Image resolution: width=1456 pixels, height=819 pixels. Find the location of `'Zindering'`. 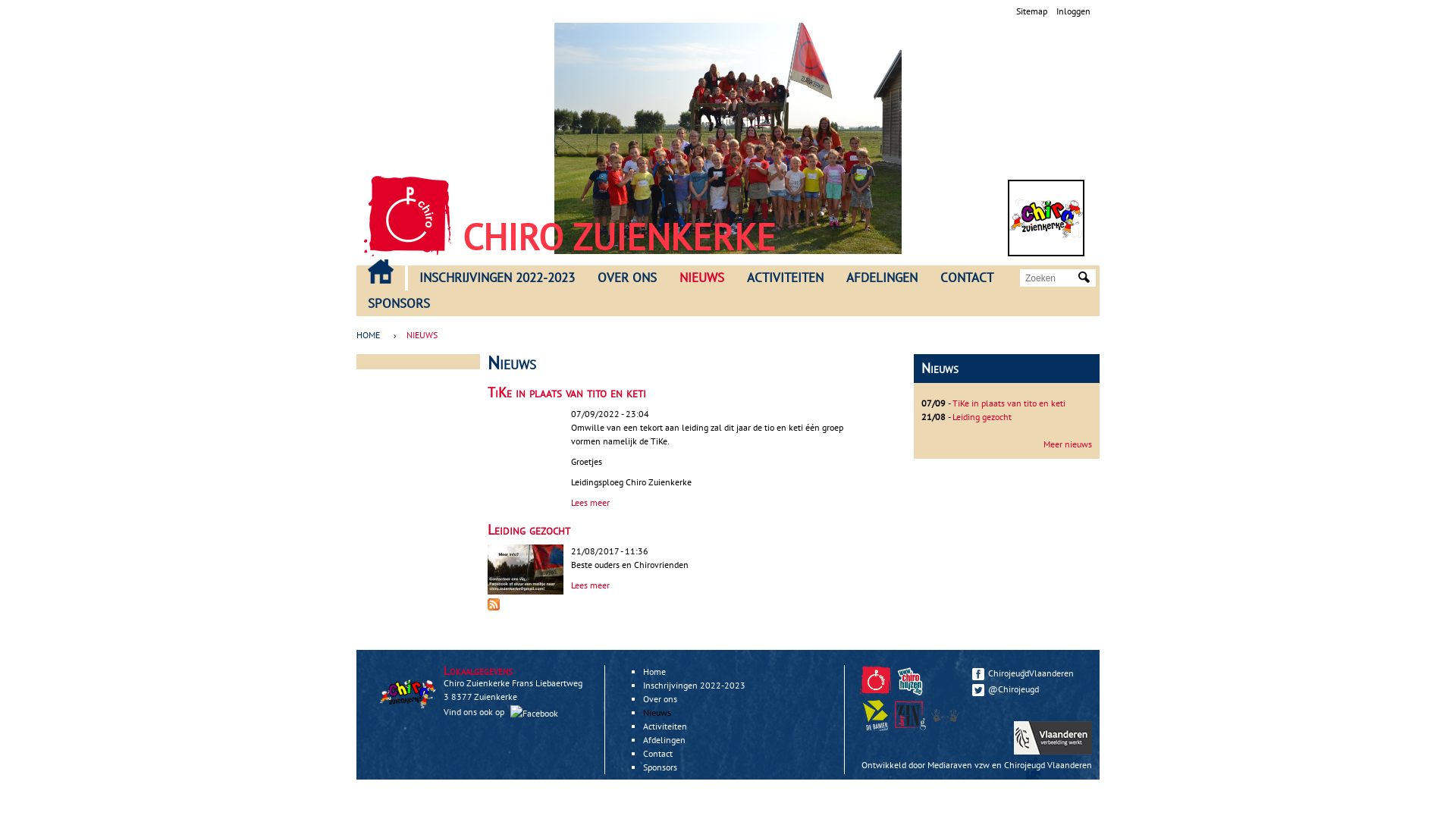

'Zindering' is located at coordinates (912, 726).